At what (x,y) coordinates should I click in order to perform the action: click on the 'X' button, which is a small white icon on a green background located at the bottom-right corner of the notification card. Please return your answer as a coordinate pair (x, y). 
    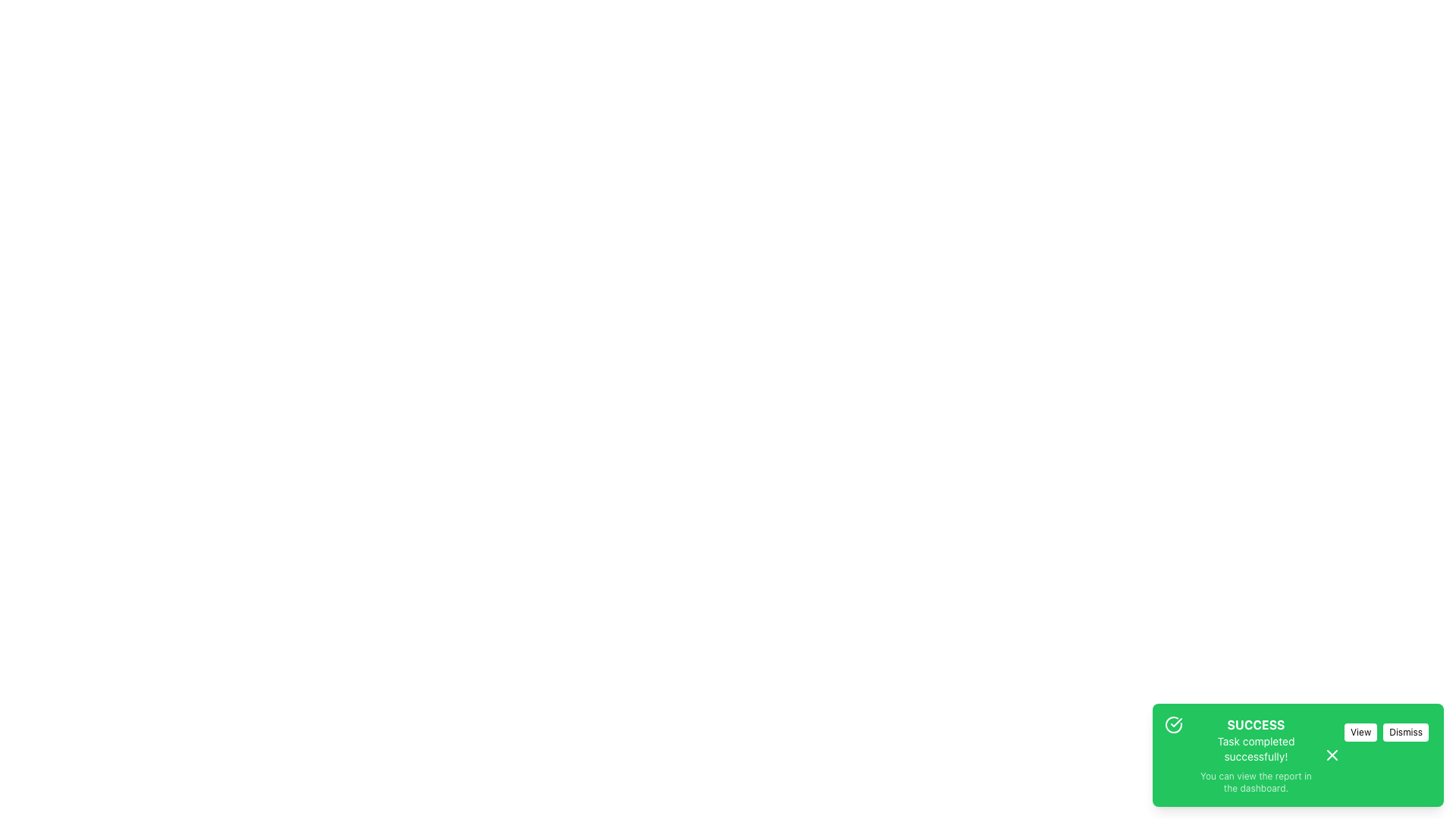
    Looking at the image, I should click on (1331, 755).